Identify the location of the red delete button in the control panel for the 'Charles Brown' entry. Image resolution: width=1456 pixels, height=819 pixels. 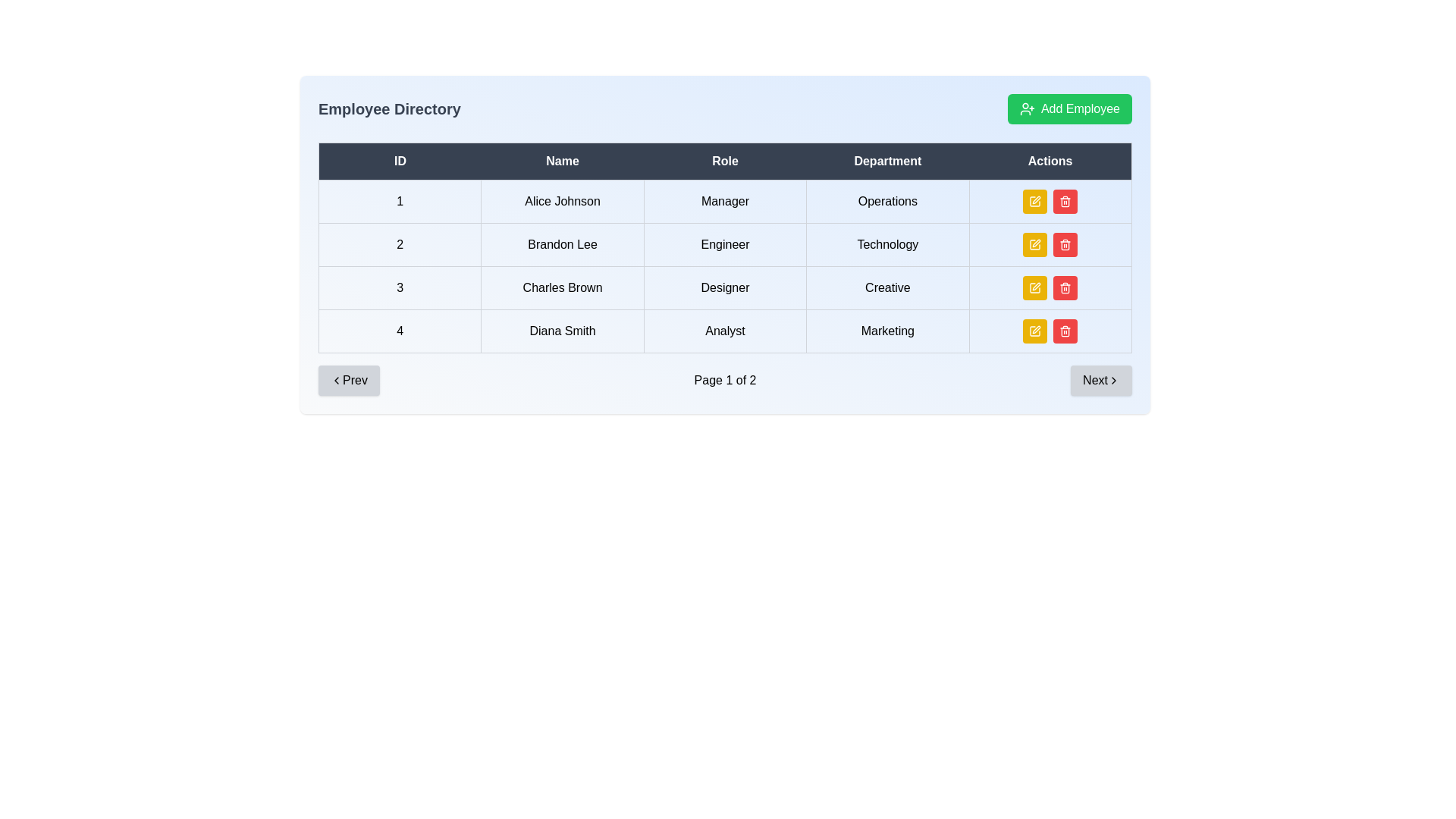
(1050, 288).